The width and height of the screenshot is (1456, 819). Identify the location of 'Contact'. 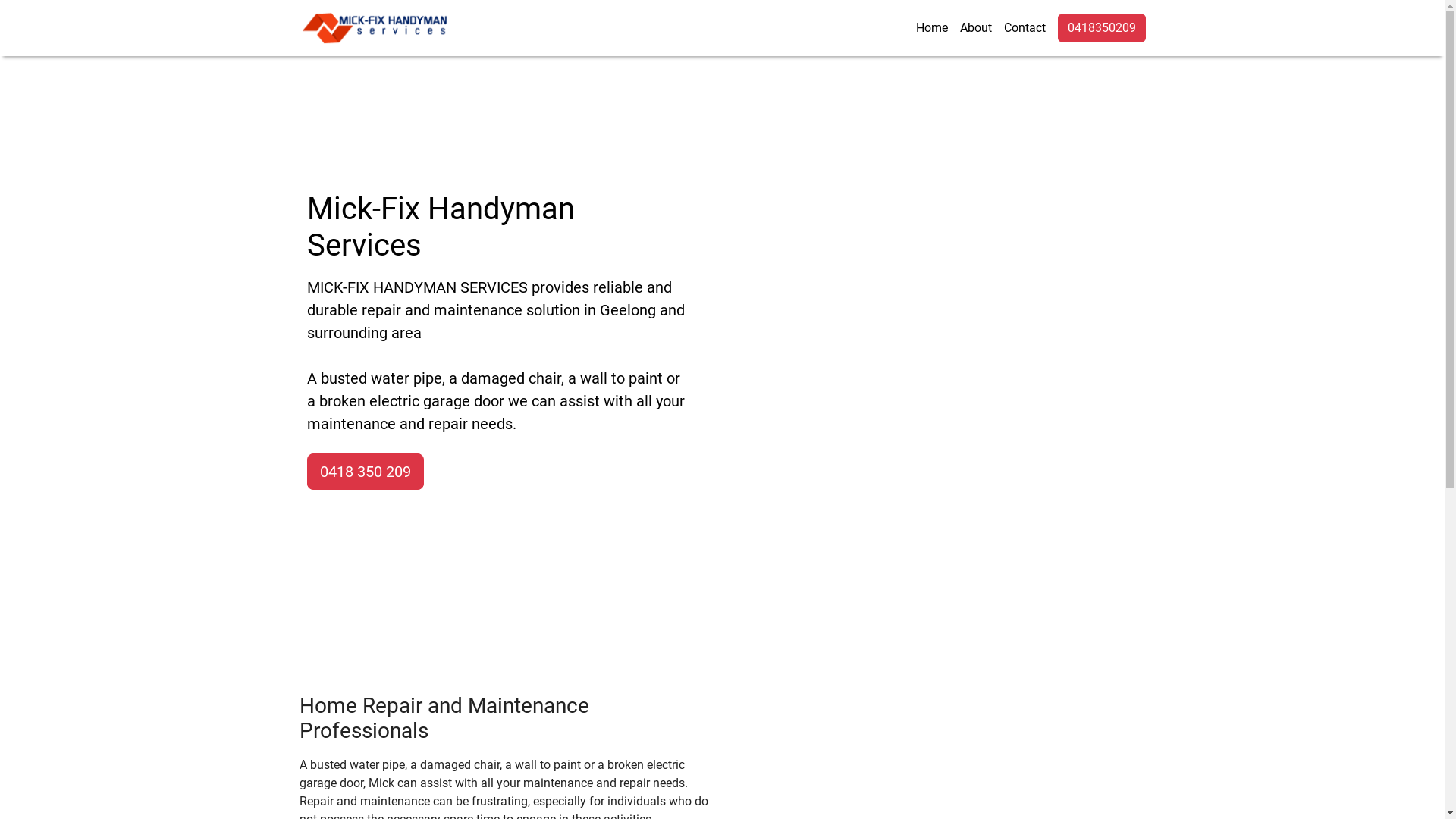
(997, 28).